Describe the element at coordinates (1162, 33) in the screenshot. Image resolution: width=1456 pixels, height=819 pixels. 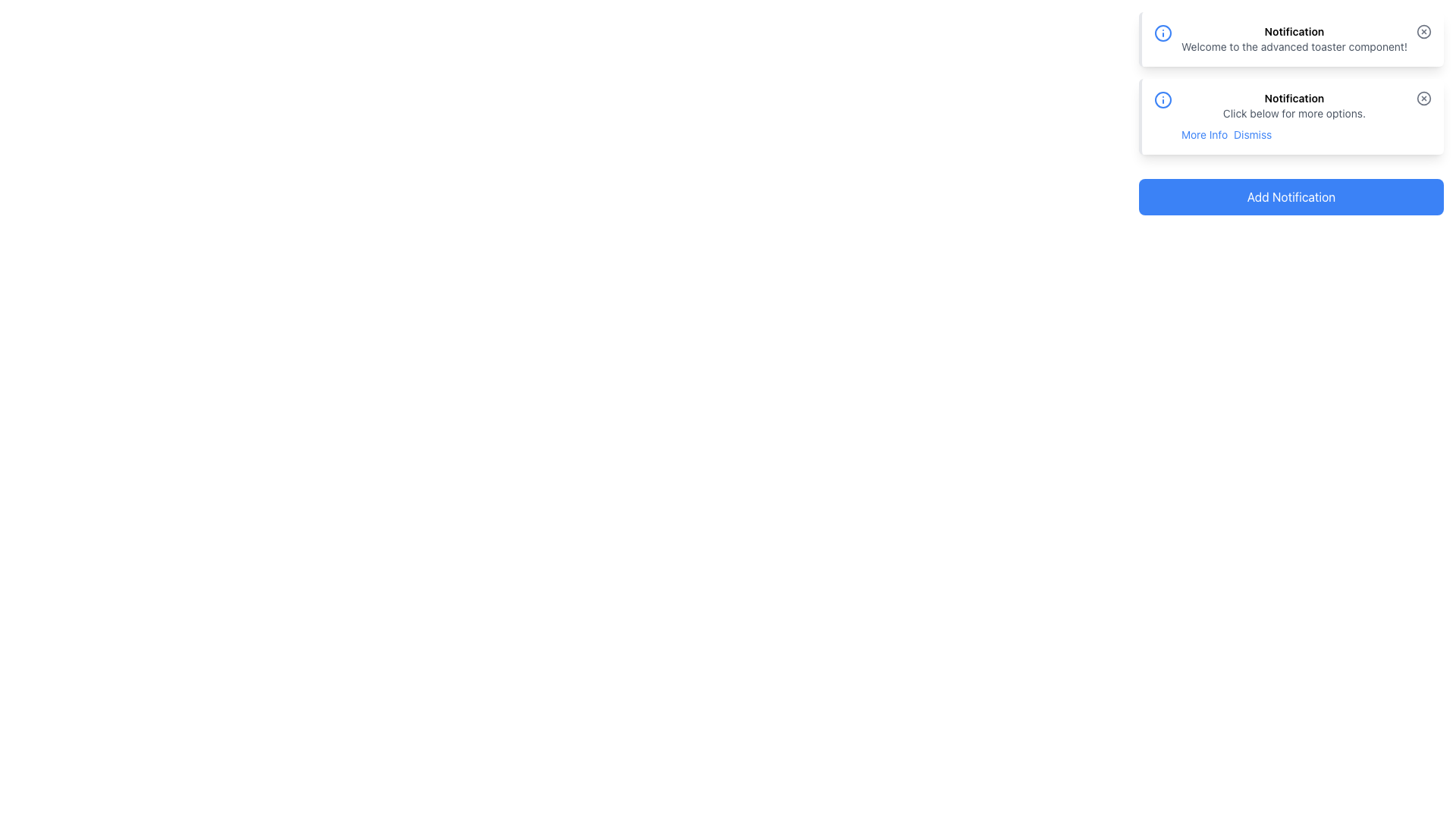
I see `the circular icon with a blue information symbol located at the top-left corner of the notification box adjacent to the bold heading 'Notification'` at that location.